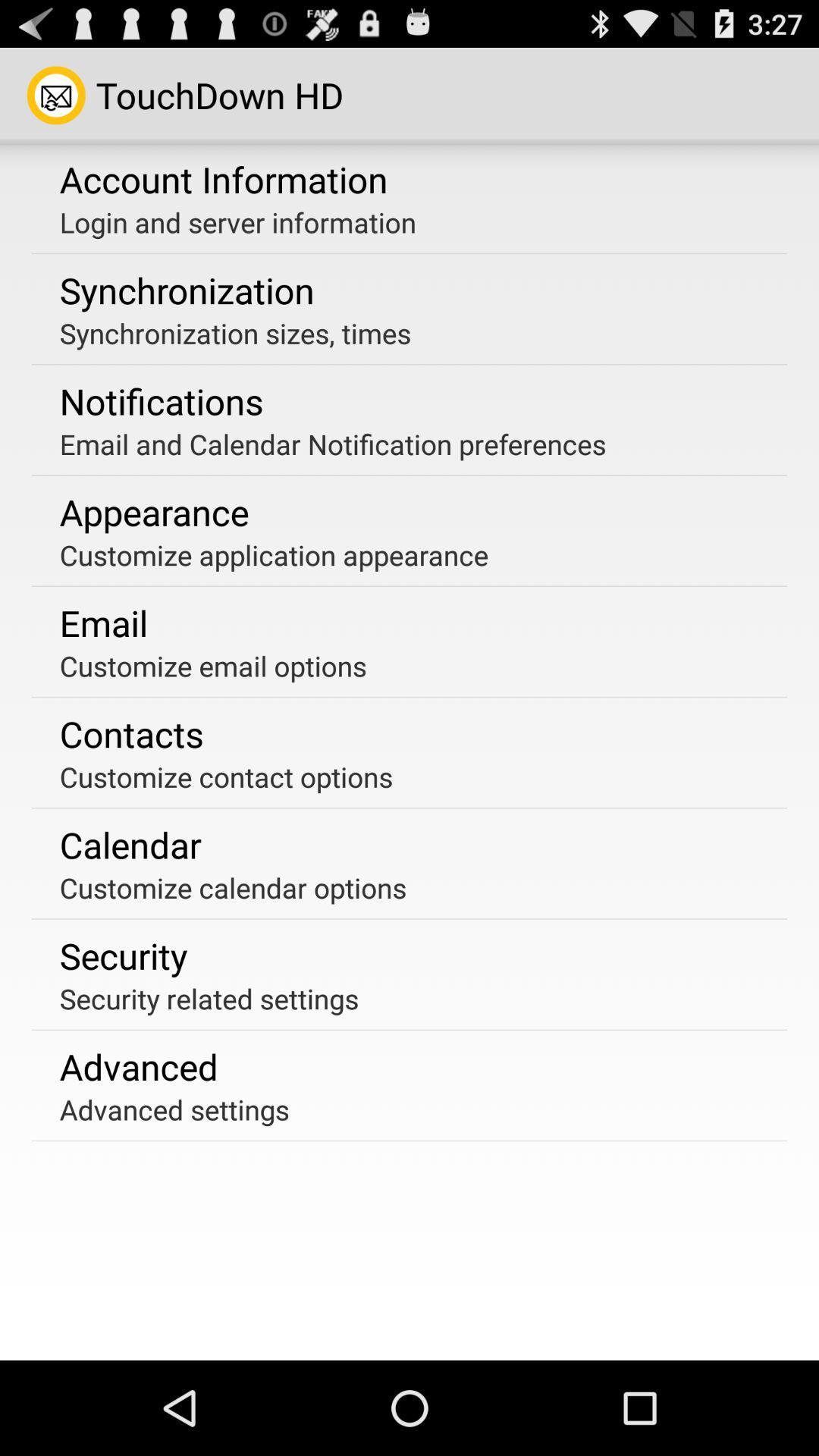  I want to click on the item above the email item, so click(274, 554).